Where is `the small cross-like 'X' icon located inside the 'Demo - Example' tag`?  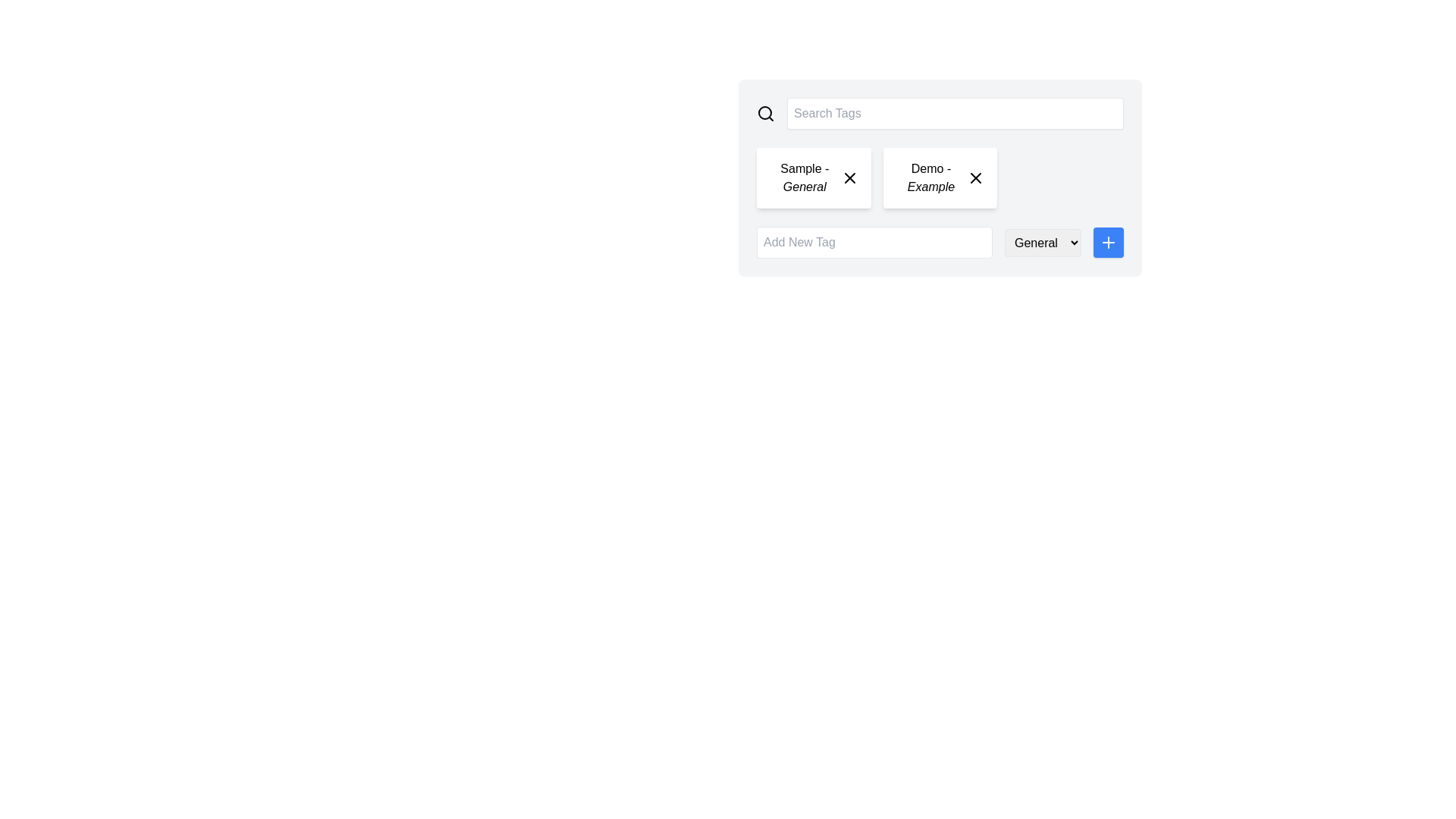
the small cross-like 'X' icon located inside the 'Demo - Example' tag is located at coordinates (976, 177).